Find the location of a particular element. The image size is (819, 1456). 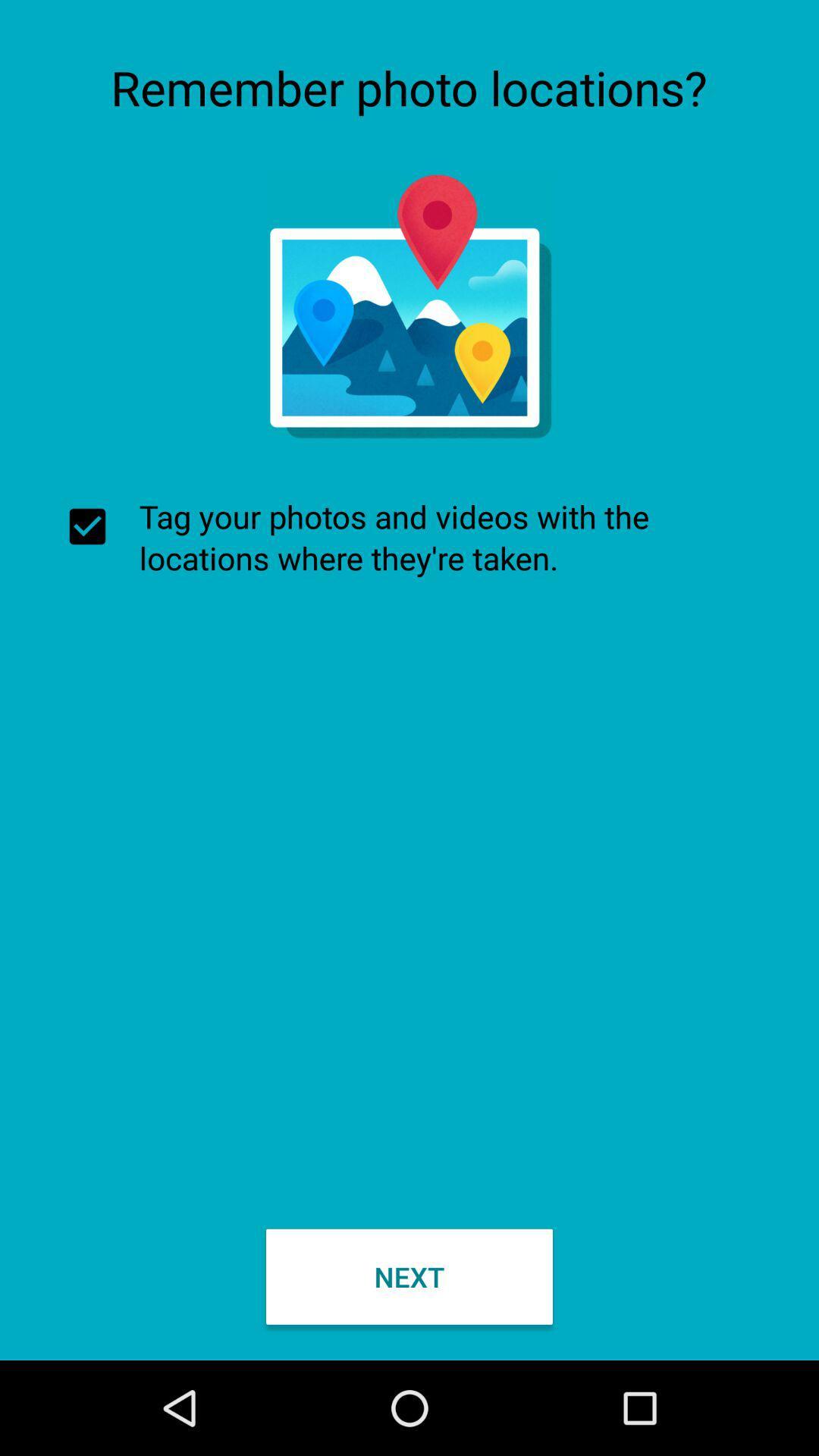

the item above the next item is located at coordinates (409, 537).